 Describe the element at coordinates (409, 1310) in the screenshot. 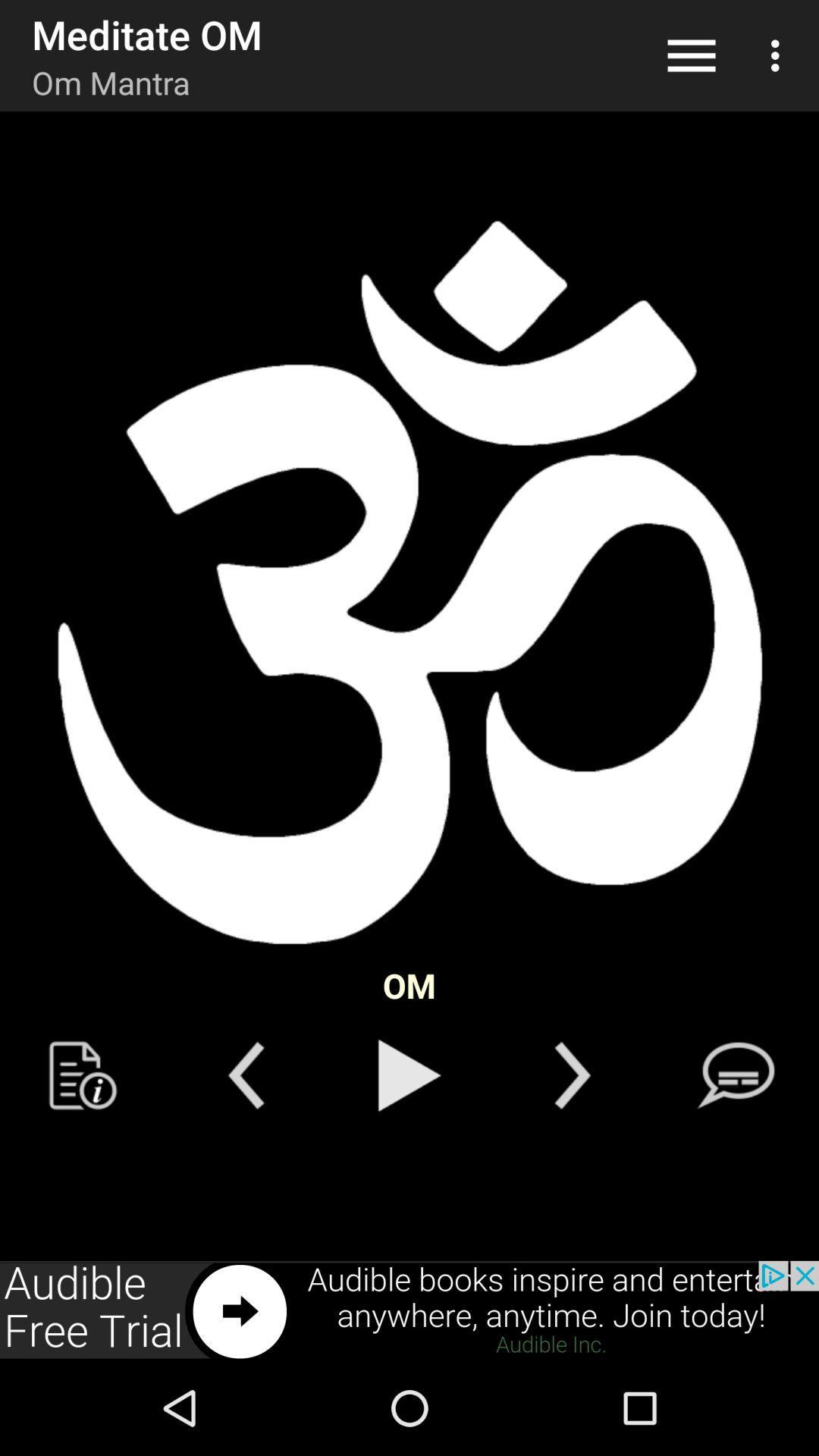

I see `click on the advertisement` at that location.